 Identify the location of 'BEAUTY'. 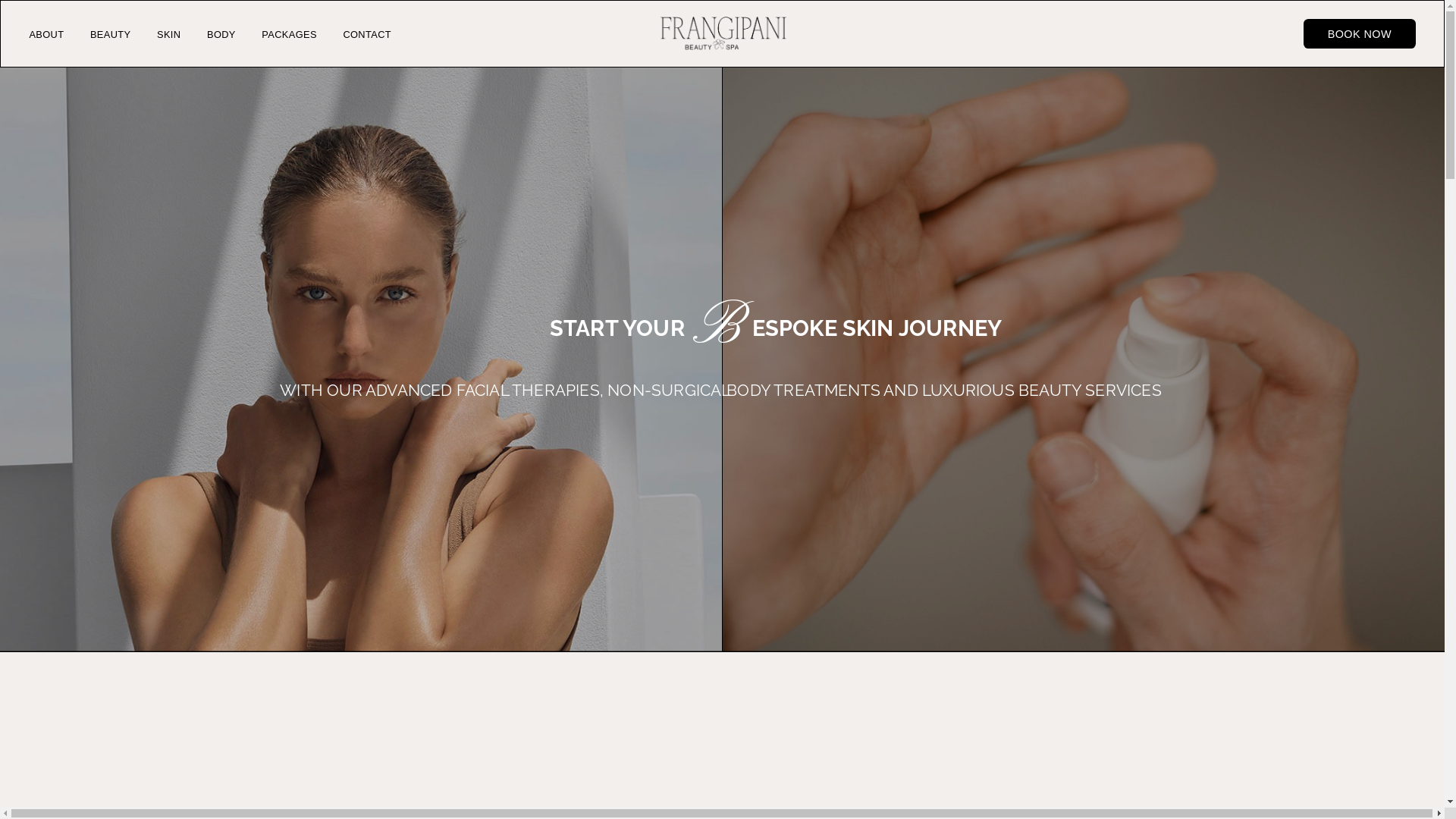
(109, 34).